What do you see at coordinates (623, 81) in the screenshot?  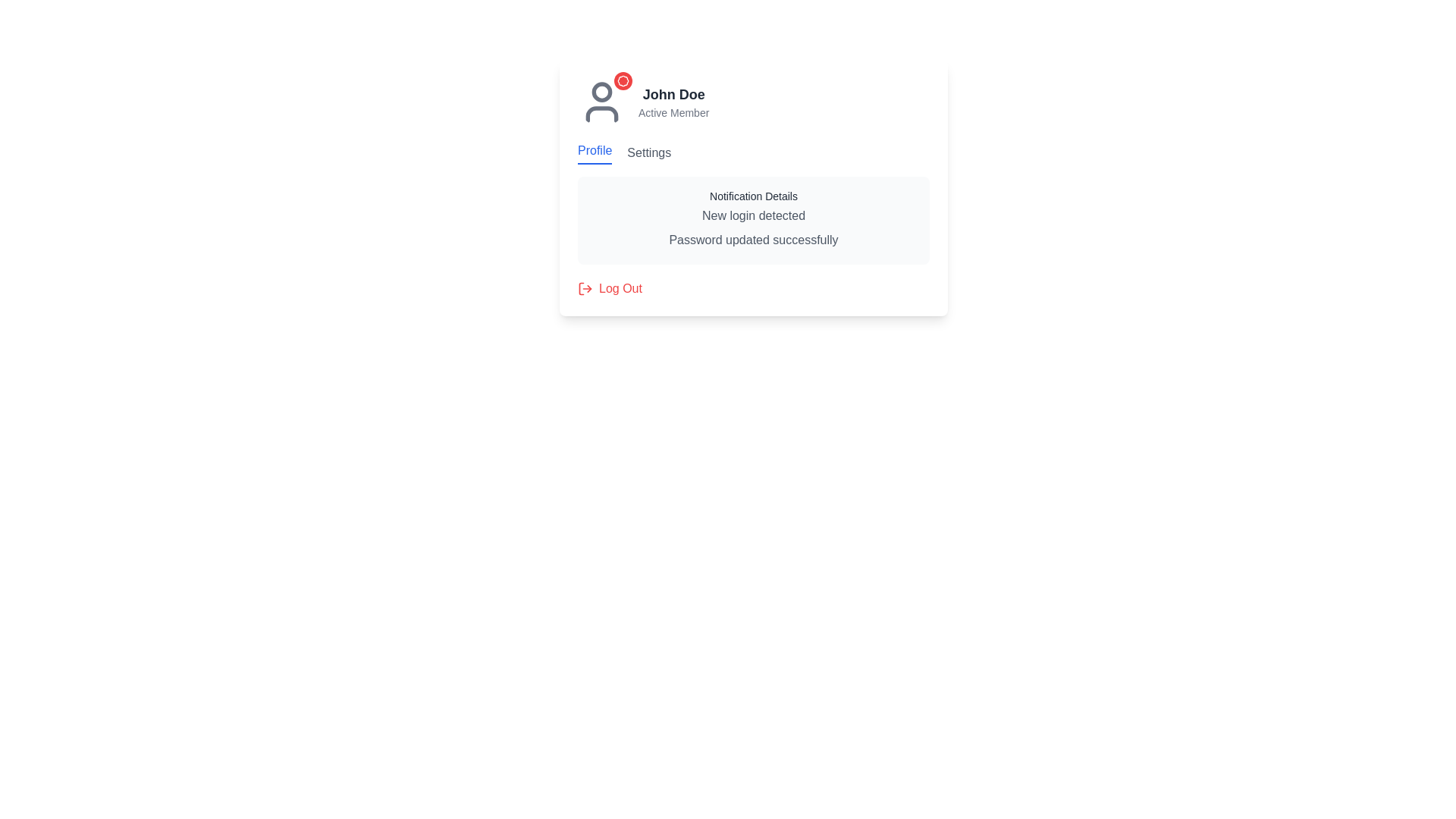 I see `the decorative icon within the circular red badge located near the top-right corner of the user profile avatar in the upper-left quadrant of the card interface` at bounding box center [623, 81].